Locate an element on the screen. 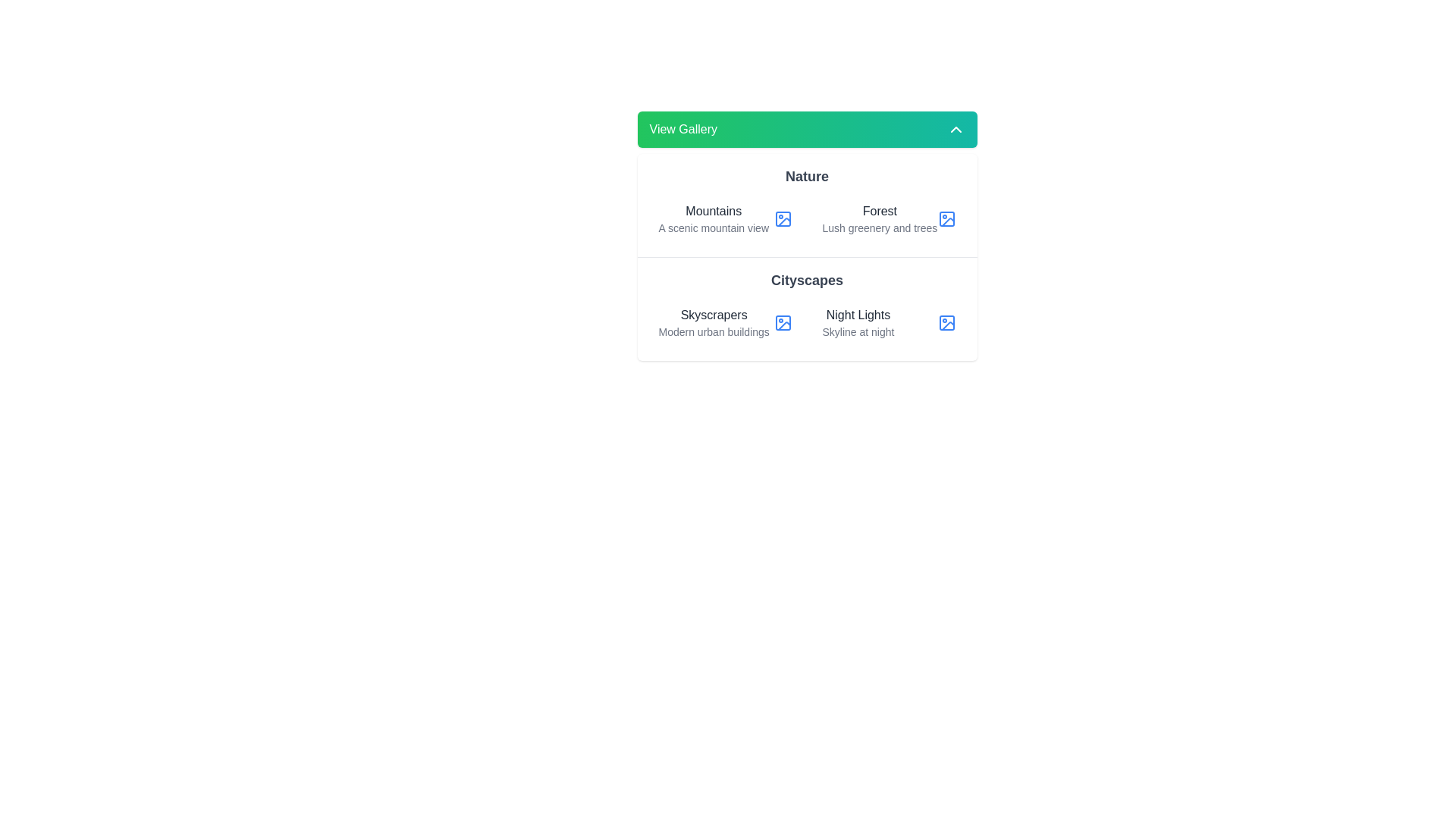  the image icon located in the top-left section of the 'Nature' category, adjacent to the text 'Mountains' and the description 'A scenic mountain view.' is located at coordinates (783, 219).